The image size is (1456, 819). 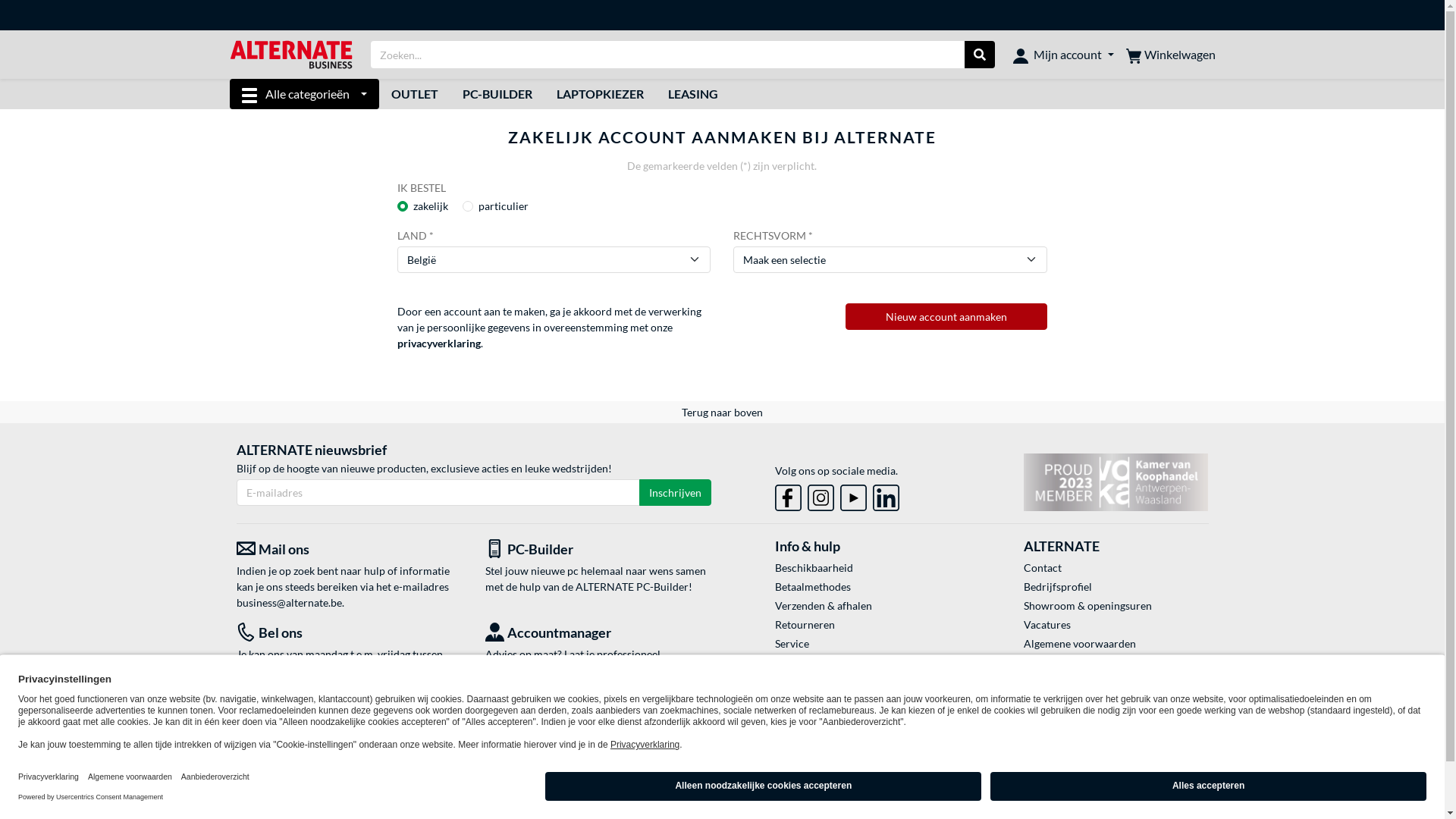 I want to click on 'Verzenden & afhalen', so click(x=867, y=604).